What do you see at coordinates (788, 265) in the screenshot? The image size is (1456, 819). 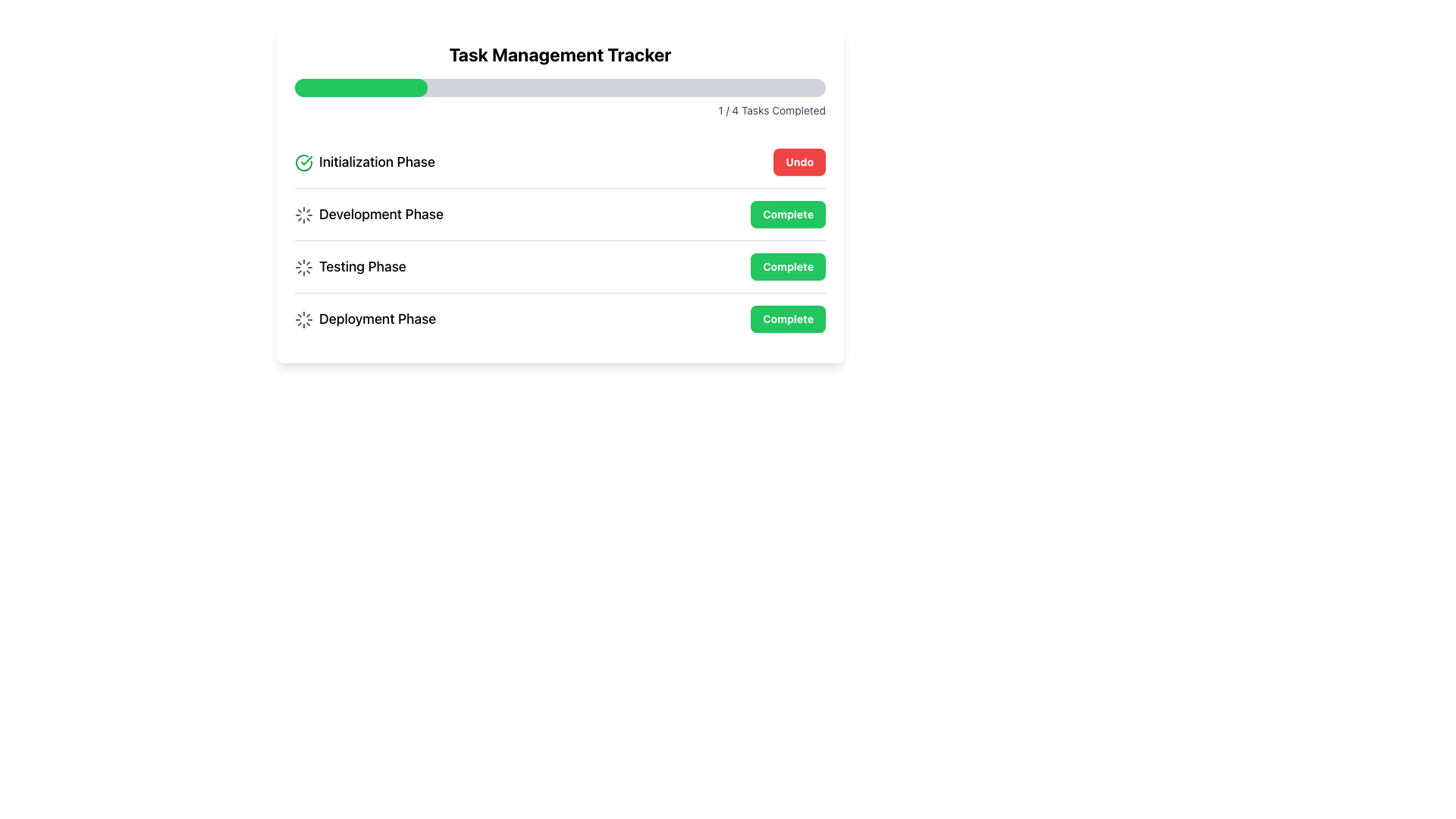 I see `the button that marks the 'Testing Phase' as completed` at bounding box center [788, 265].